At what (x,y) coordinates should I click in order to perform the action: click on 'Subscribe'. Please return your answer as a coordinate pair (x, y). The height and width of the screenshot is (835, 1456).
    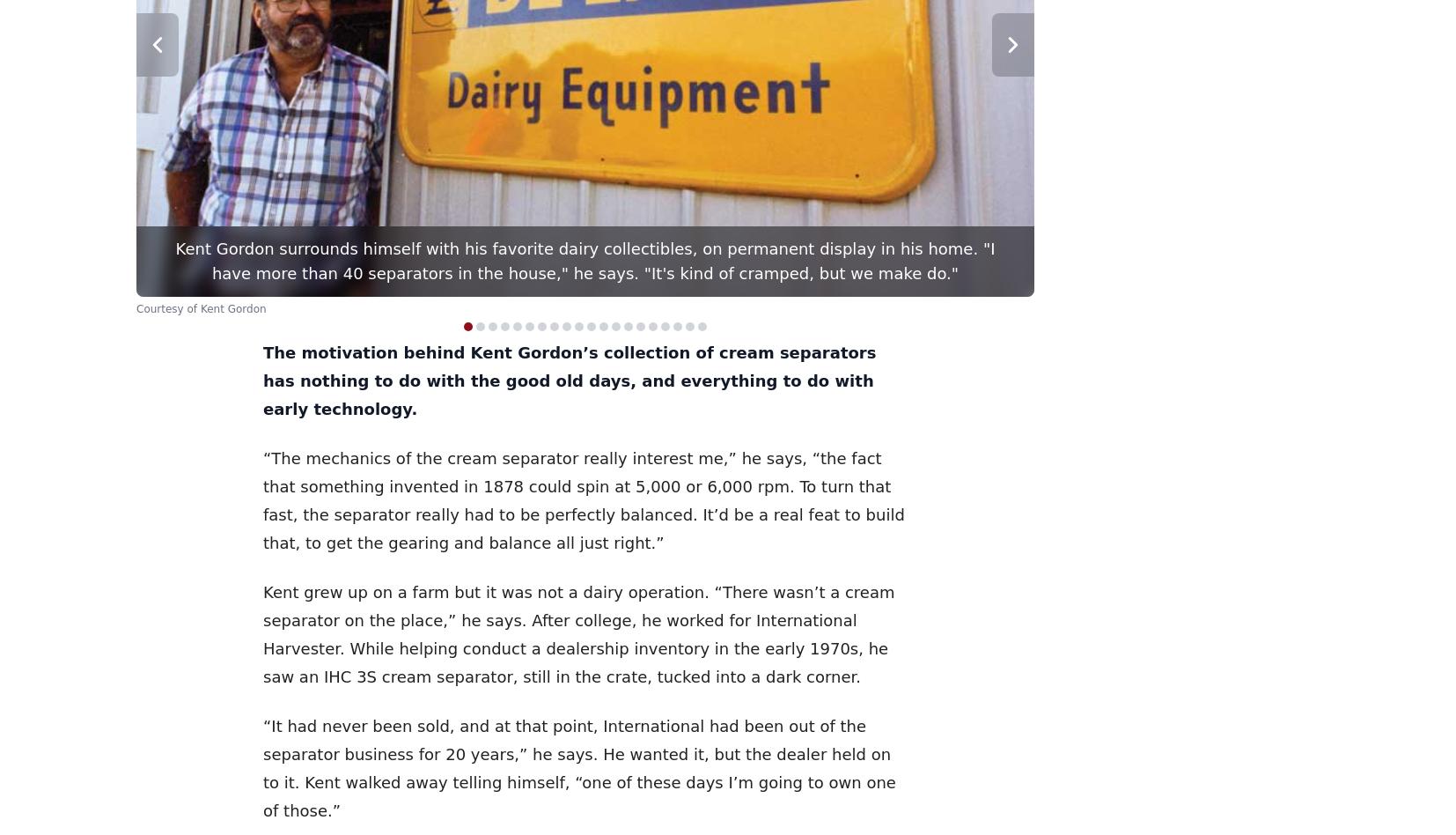
    Looking at the image, I should click on (1049, 799).